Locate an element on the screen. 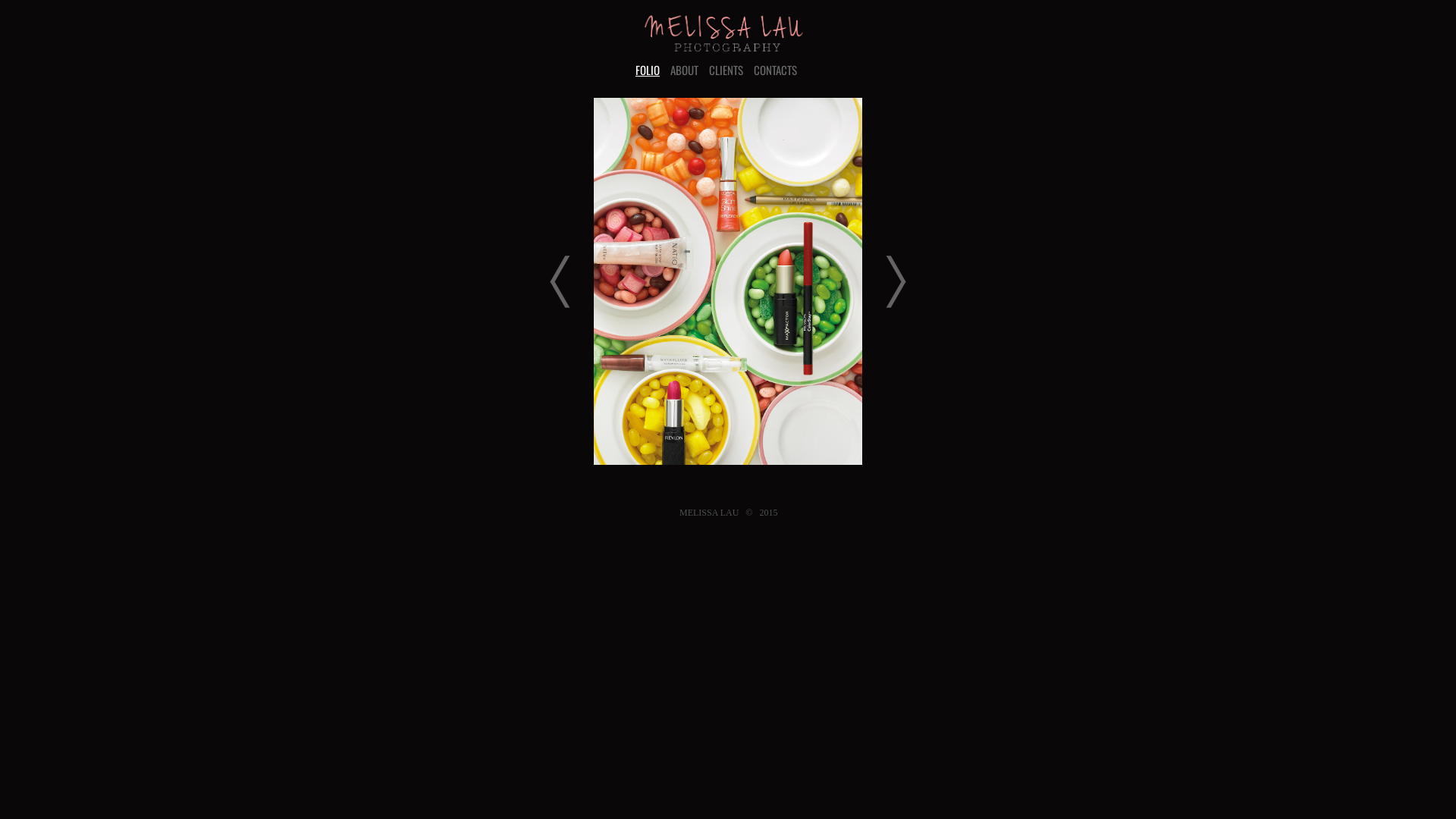  'FOLIO' is located at coordinates (648, 70).